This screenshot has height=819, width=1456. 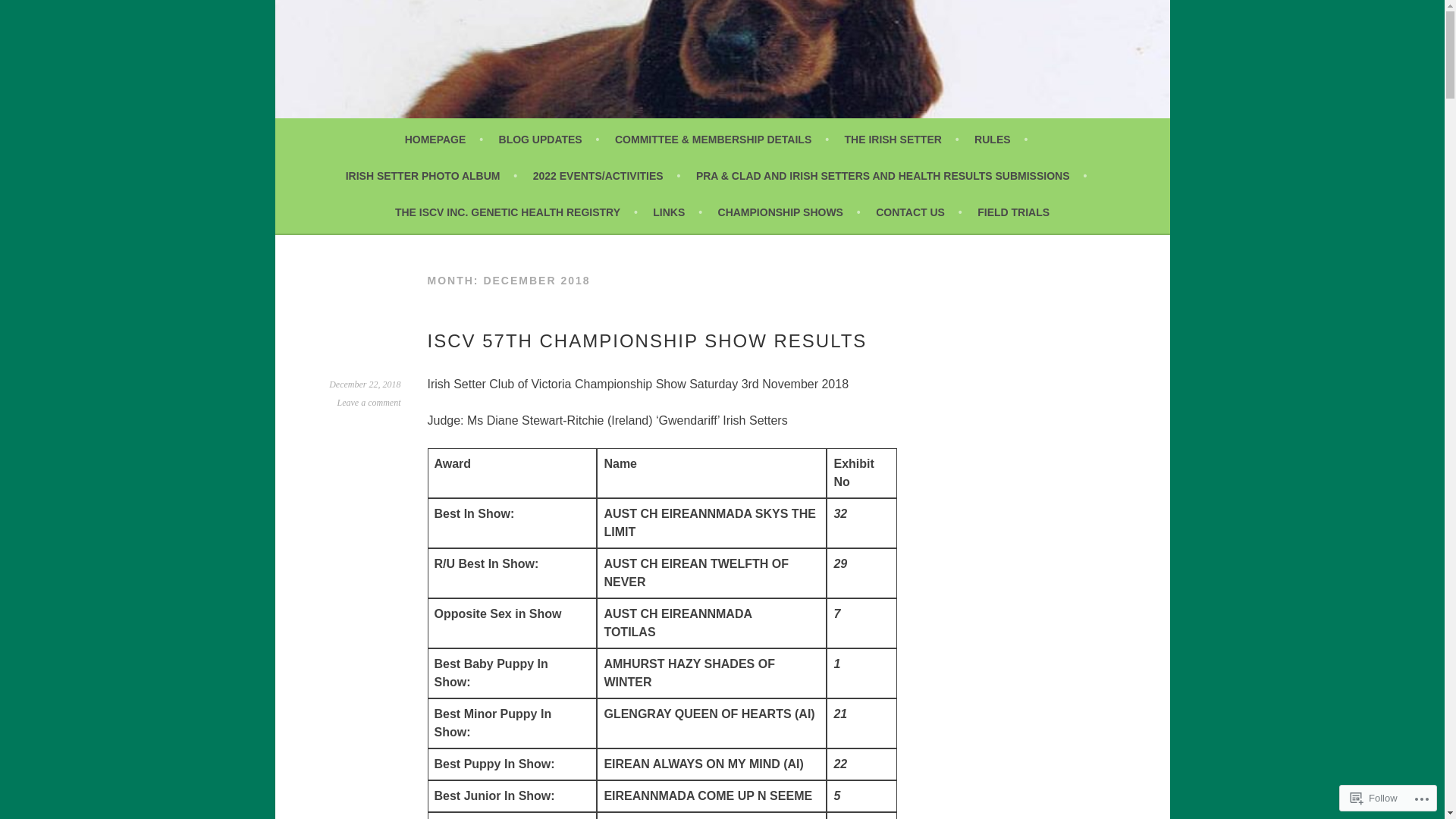 I want to click on 'RULES', so click(x=1001, y=140).